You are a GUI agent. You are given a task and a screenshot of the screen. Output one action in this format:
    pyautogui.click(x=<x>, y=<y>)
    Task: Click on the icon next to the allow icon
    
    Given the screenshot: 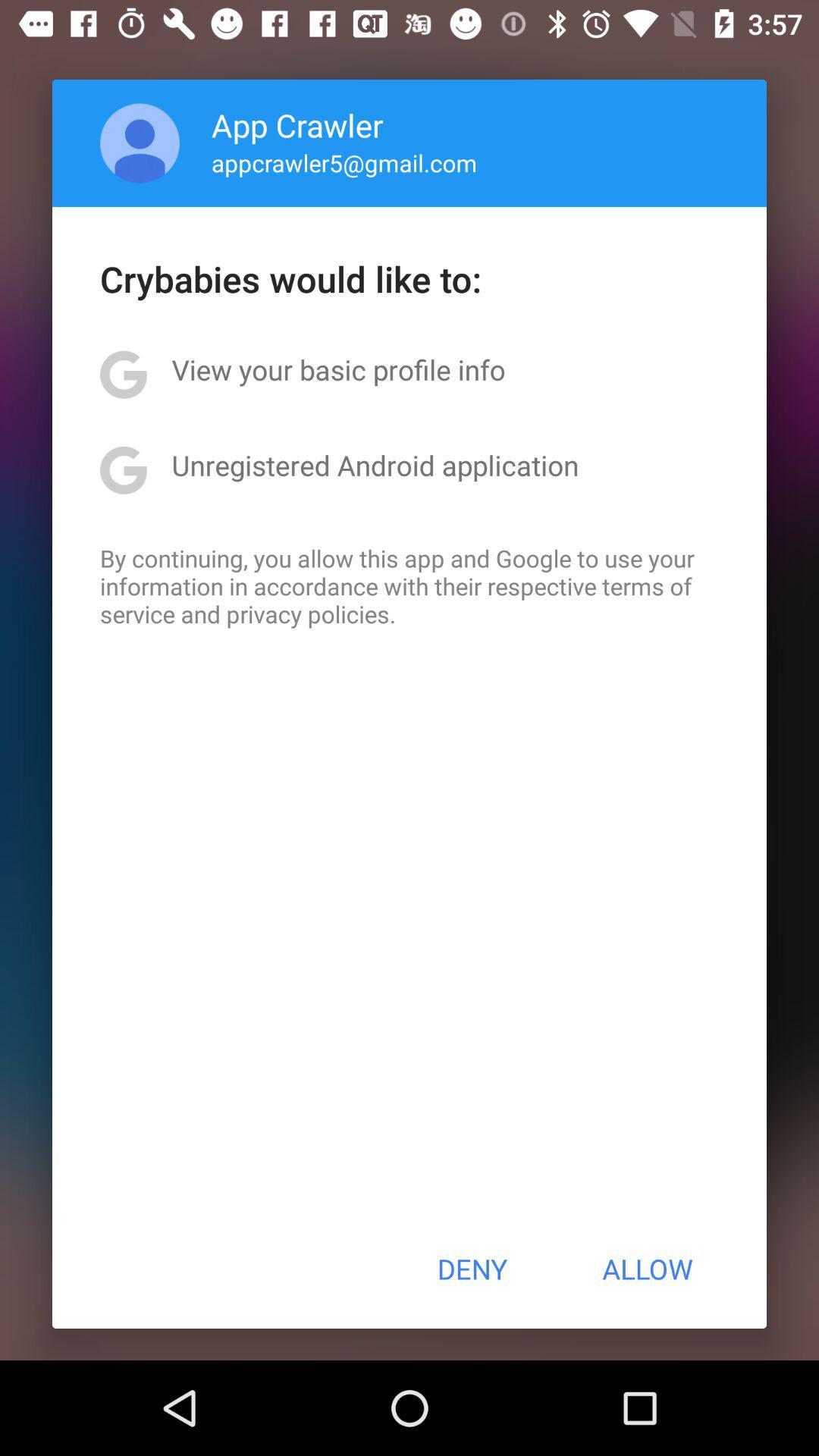 What is the action you would take?
    pyautogui.click(x=471, y=1269)
    